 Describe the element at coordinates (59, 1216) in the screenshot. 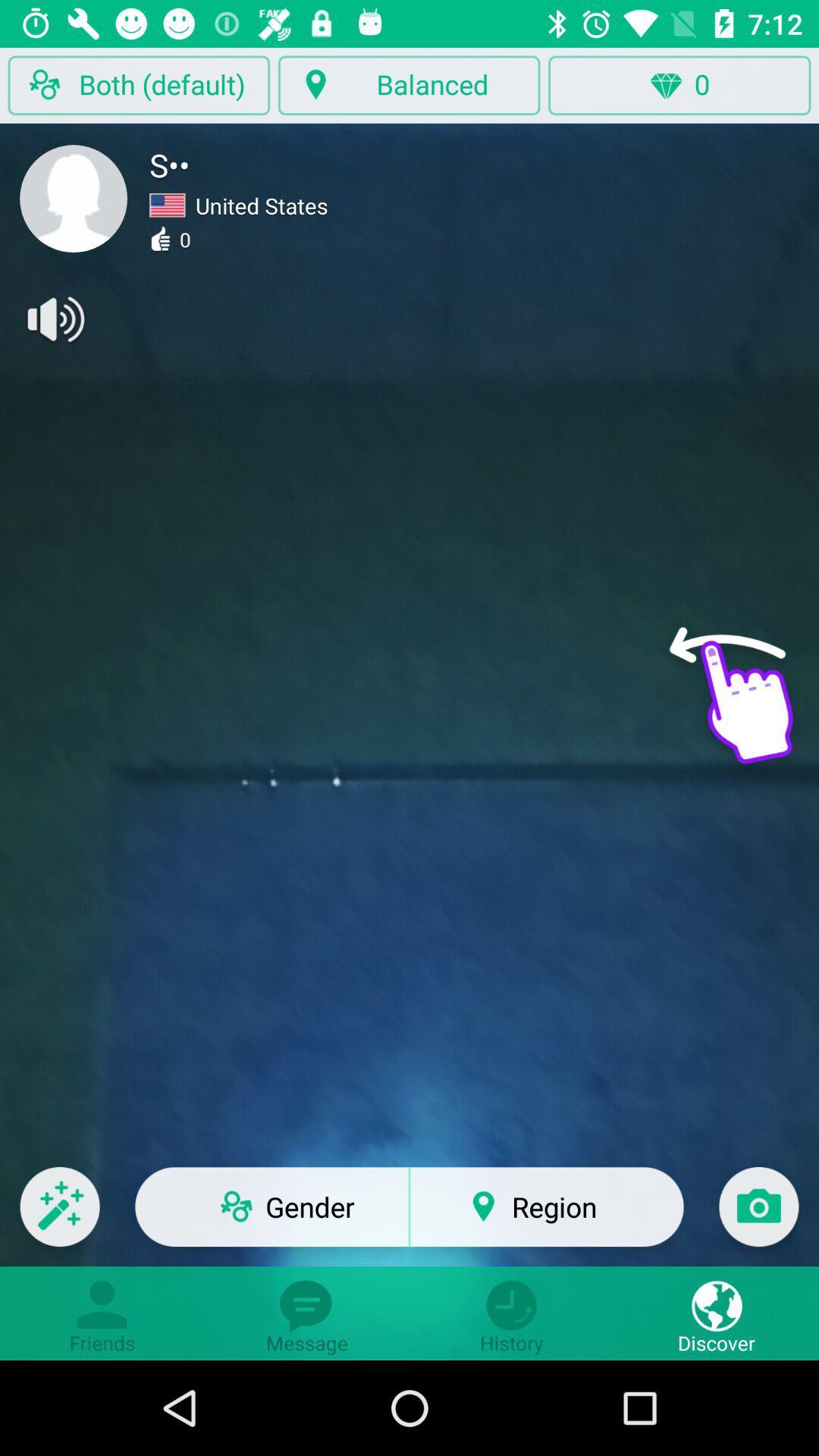

I see `the option which is left side to the gender` at that location.